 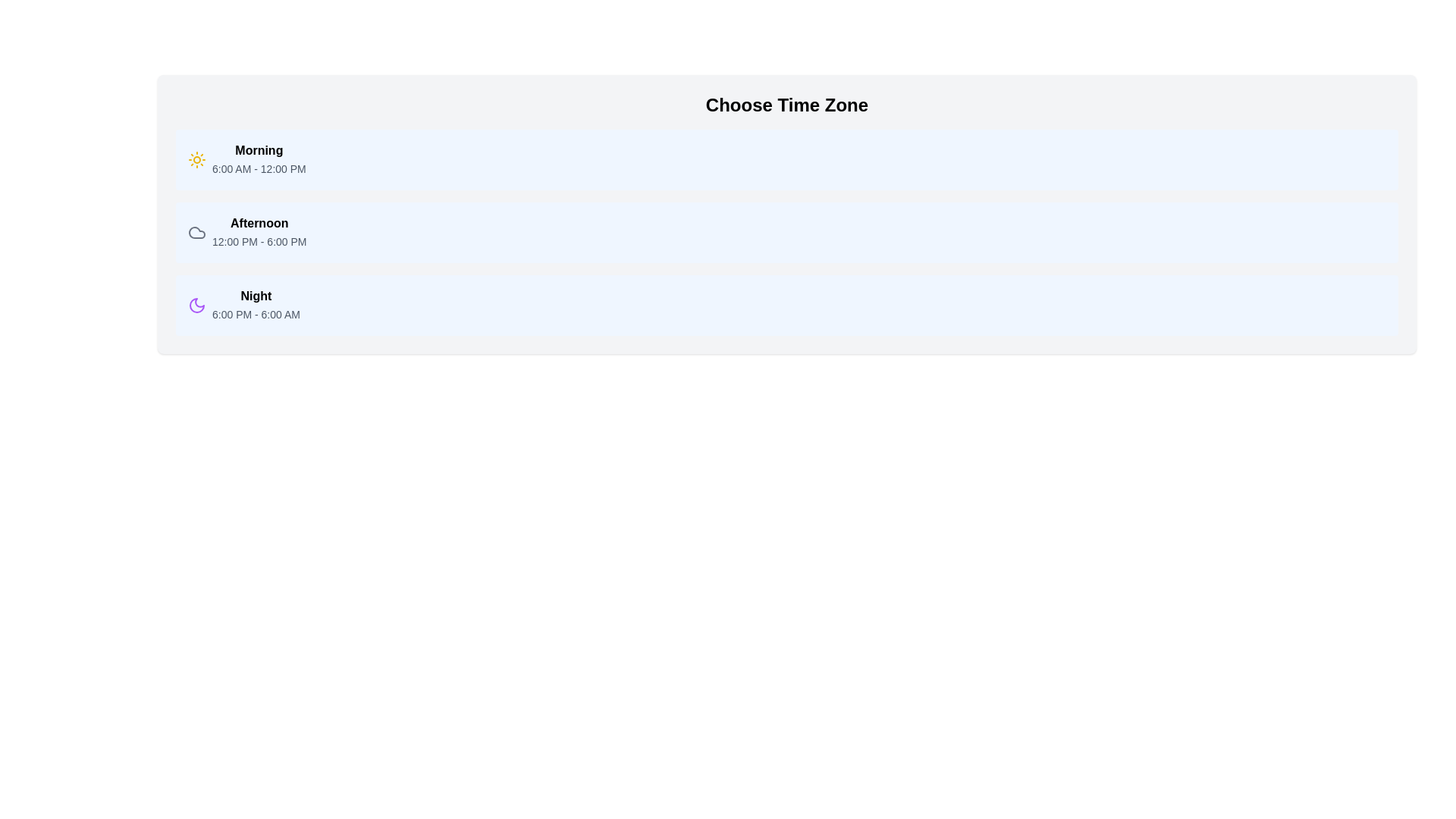 I want to click on the graphical icon depicting partly cloudy weather associated with the 'Afternoon' label, so click(x=196, y=233).